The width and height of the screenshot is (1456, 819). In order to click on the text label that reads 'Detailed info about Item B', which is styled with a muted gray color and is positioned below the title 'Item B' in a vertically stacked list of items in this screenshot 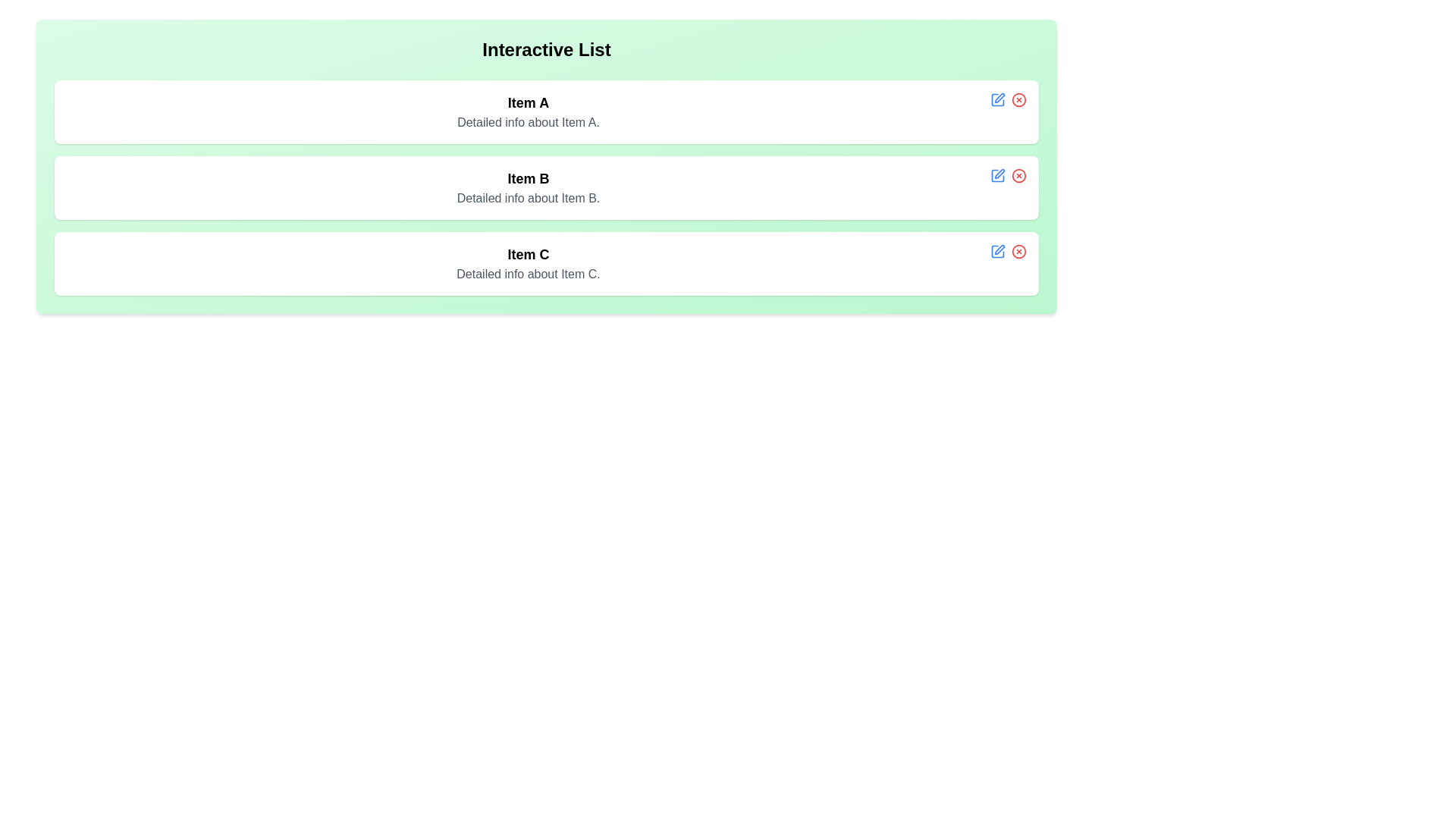, I will do `click(528, 198)`.